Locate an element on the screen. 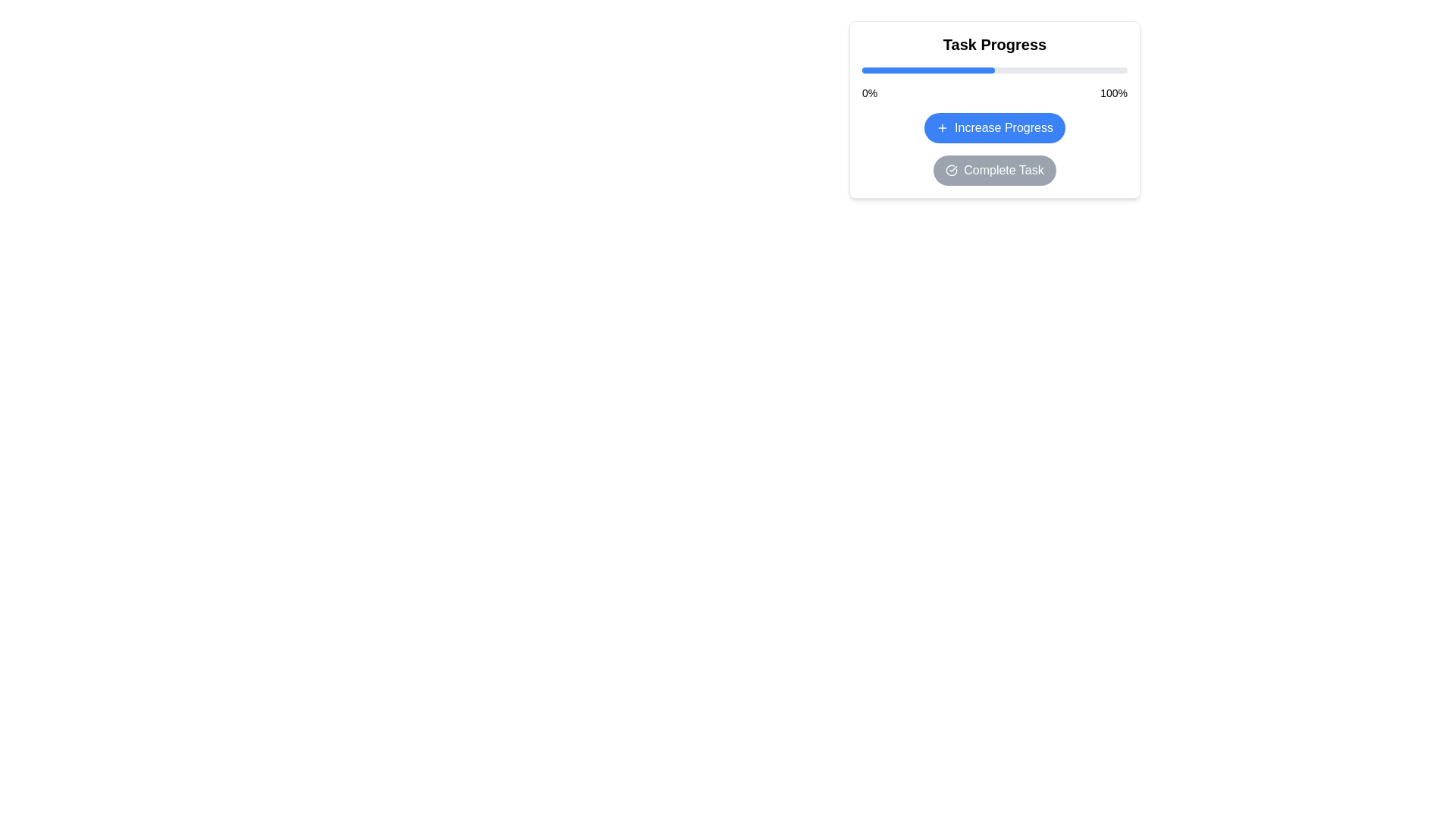 Image resolution: width=1456 pixels, height=819 pixels. the circular icon with a check mark inside, located is located at coordinates (950, 170).